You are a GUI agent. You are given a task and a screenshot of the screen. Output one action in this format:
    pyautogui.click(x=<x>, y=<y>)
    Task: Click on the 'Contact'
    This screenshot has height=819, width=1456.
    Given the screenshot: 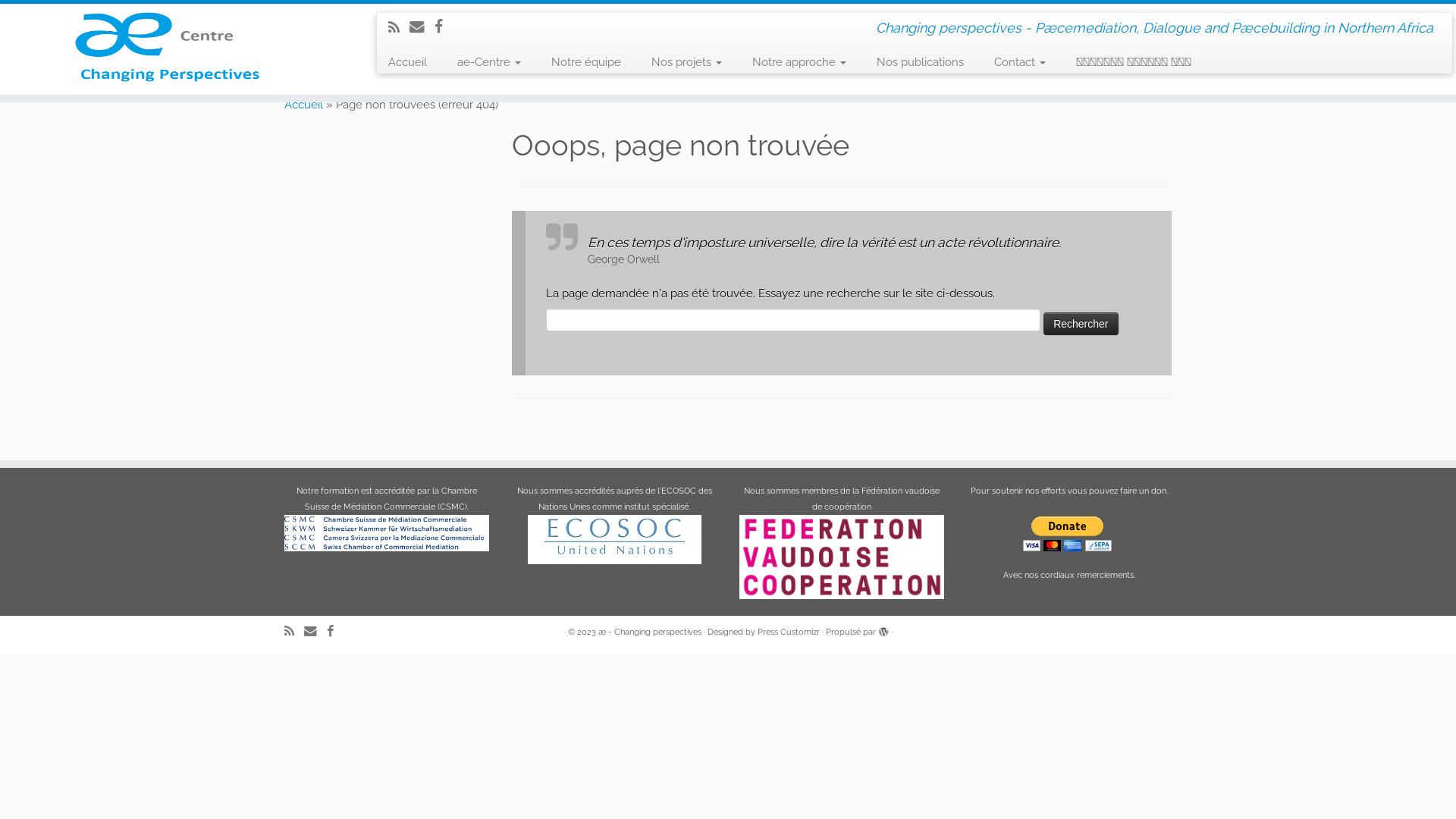 What is the action you would take?
    pyautogui.click(x=1019, y=61)
    